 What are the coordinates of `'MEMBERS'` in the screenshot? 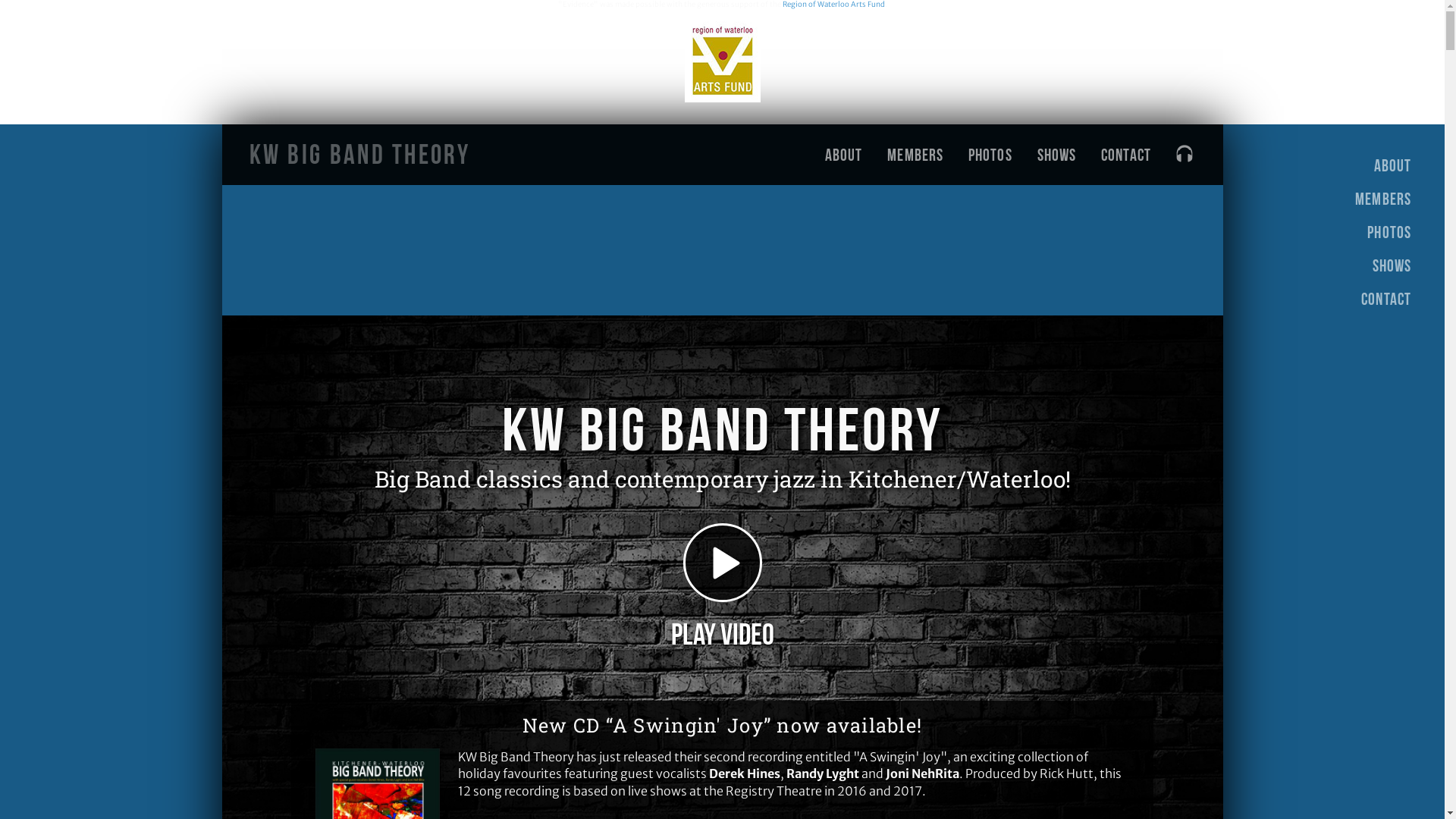 It's located at (1343, 198).